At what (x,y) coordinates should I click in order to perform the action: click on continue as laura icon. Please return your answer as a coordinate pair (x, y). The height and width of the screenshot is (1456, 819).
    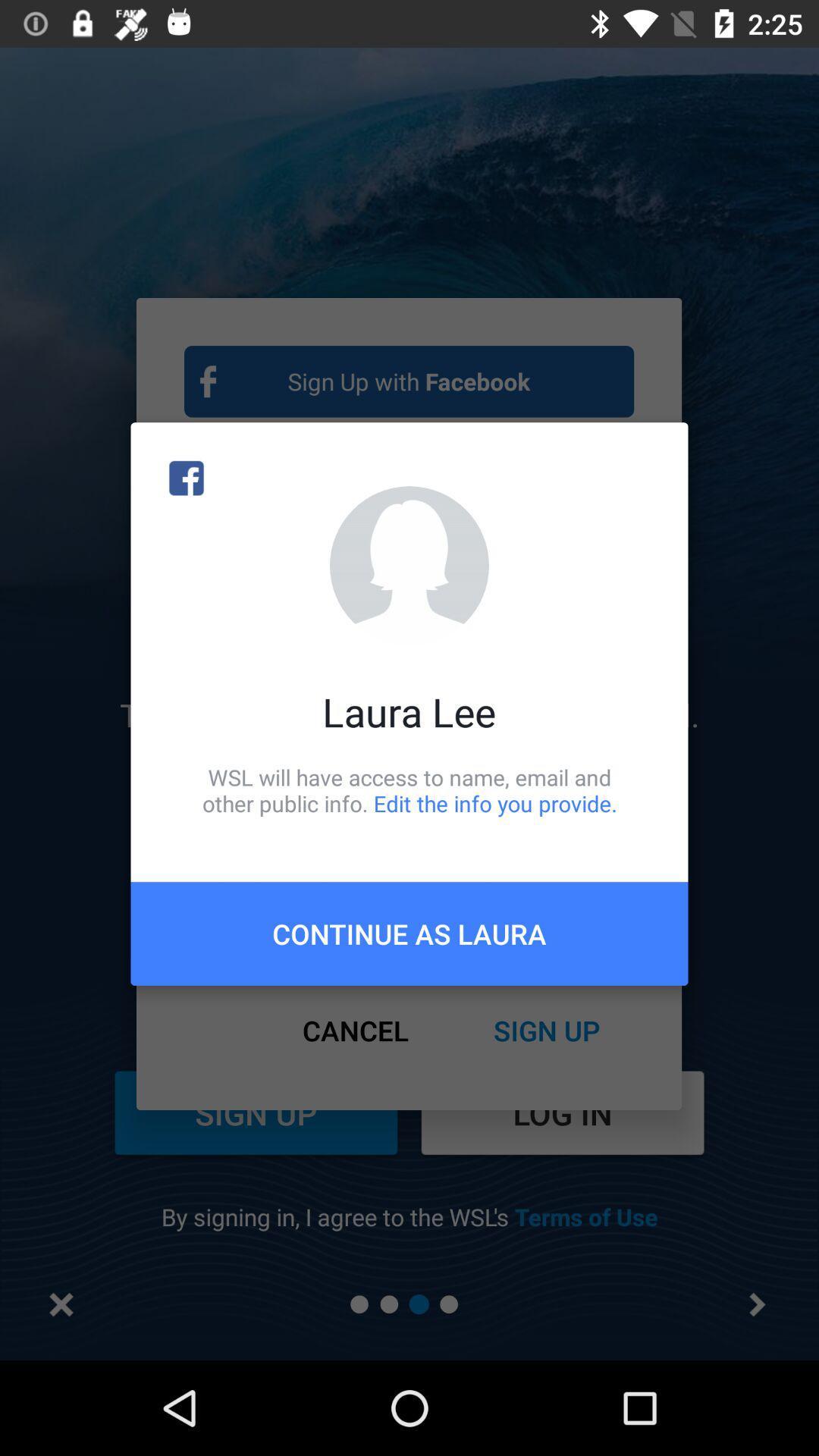
    Looking at the image, I should click on (409, 933).